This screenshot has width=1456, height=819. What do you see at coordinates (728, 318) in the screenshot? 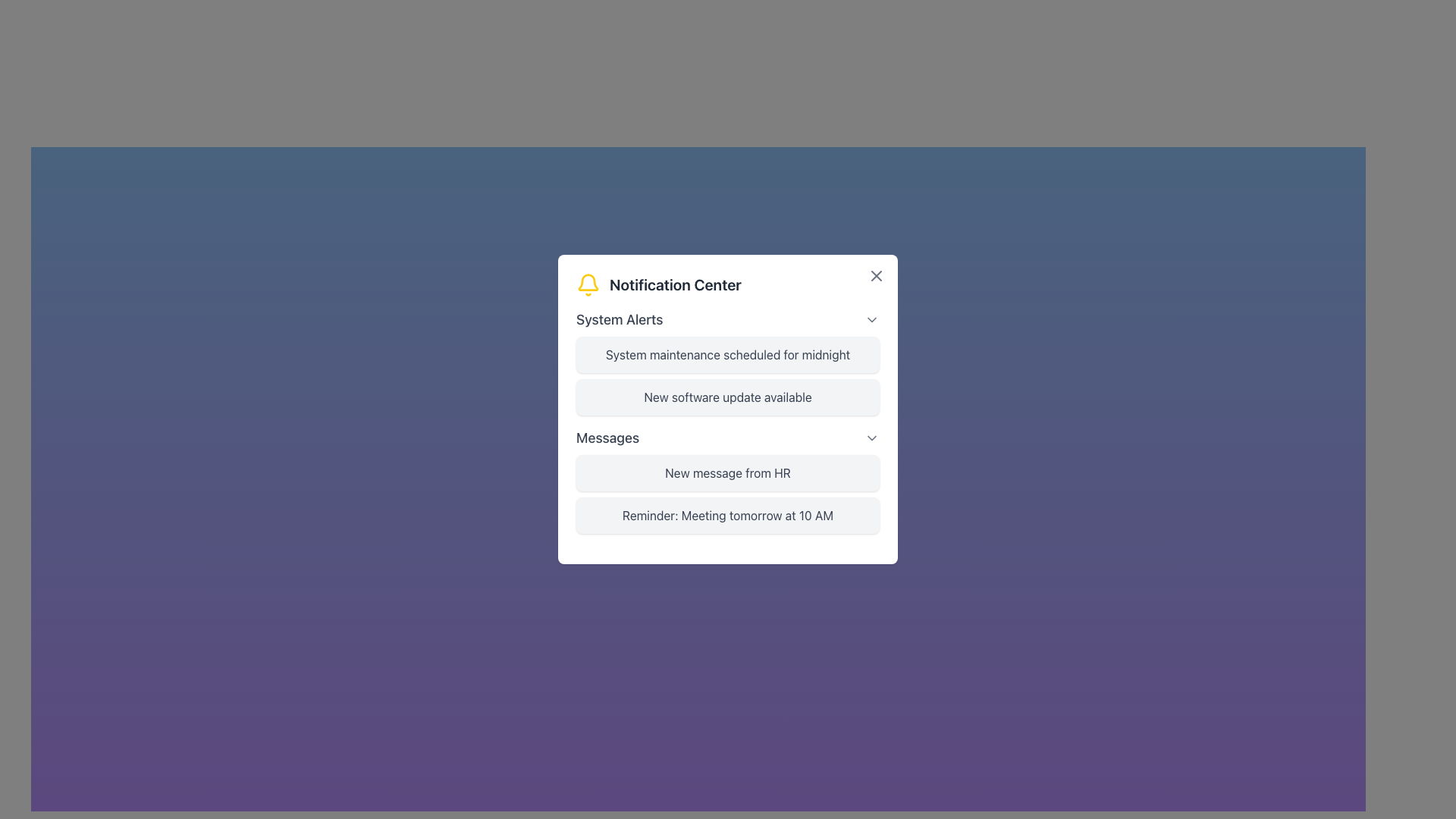
I see `the keyboard` at bounding box center [728, 318].